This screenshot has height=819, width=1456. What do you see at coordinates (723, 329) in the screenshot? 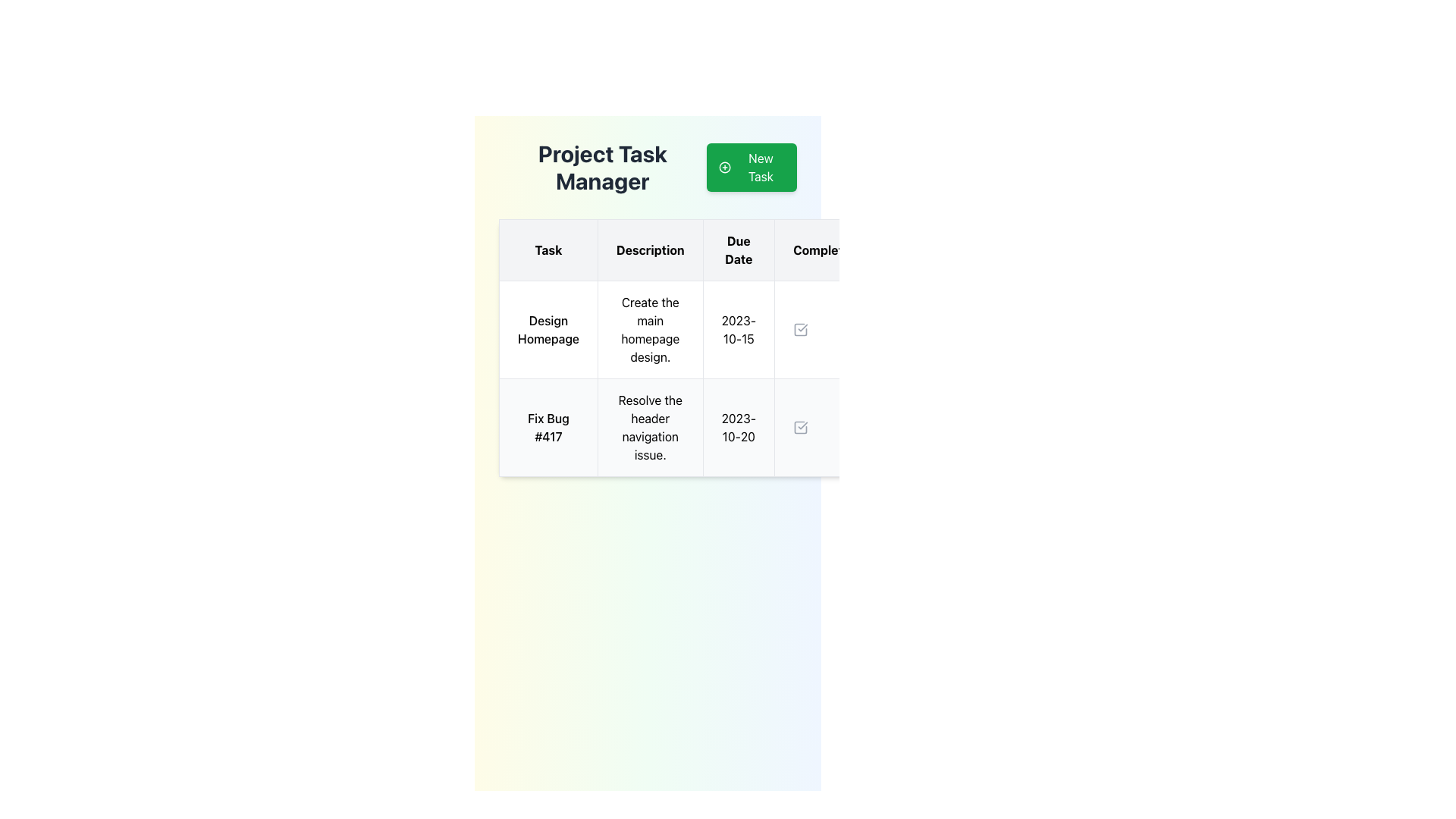
I see `the interactive components within the first row of the table that contains 'Design Homepage', 'Create the main homepage design.', and '2023-10-15'` at bounding box center [723, 329].